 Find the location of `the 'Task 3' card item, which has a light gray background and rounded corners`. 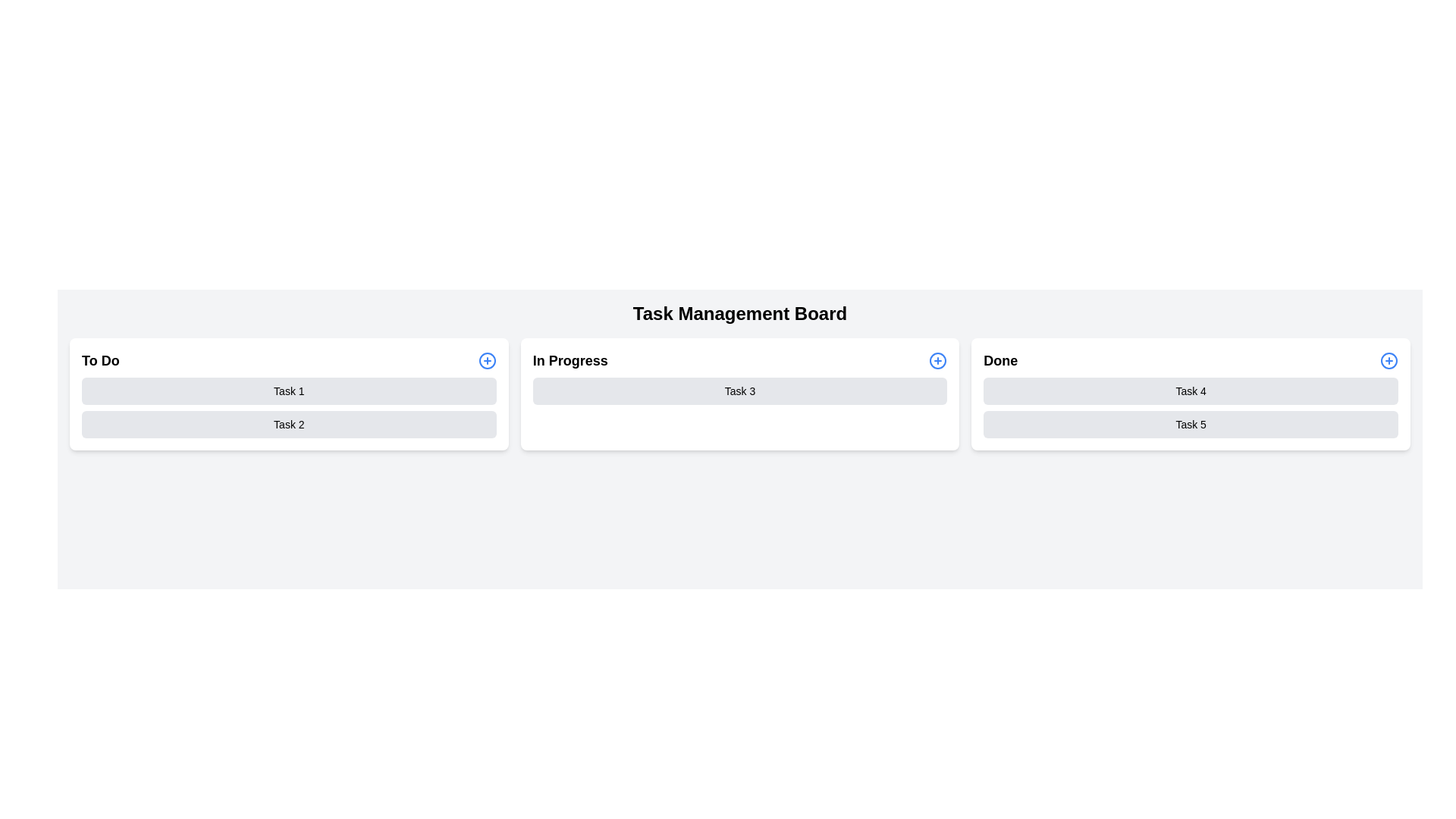

the 'Task 3' card item, which has a light gray background and rounded corners is located at coordinates (739, 391).